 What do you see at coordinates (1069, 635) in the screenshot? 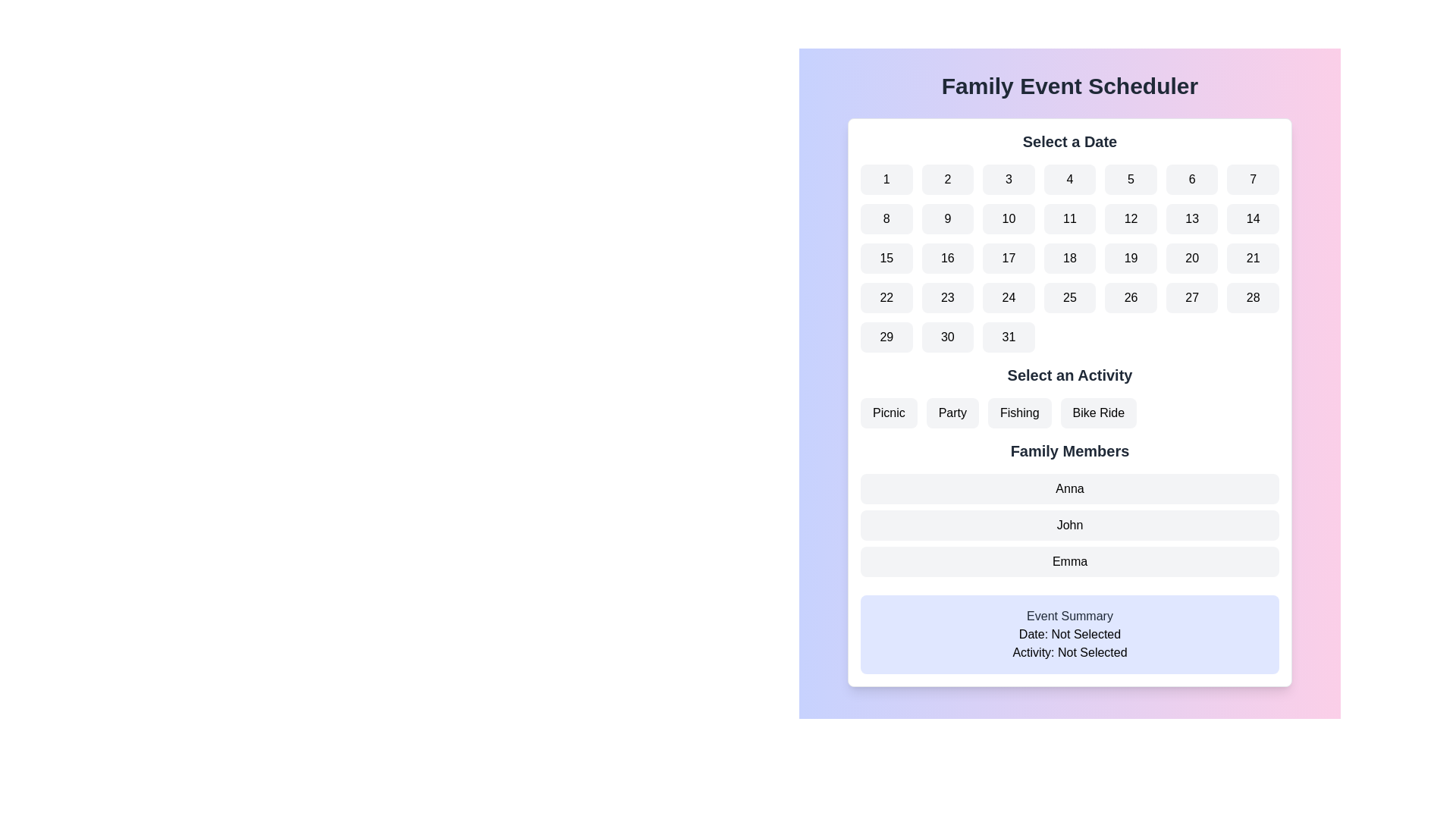
I see `the Informative panel, which is a light indigo-colored rectangular section with rounded corners, containing the title 'Event Summary' and related information below it` at bounding box center [1069, 635].